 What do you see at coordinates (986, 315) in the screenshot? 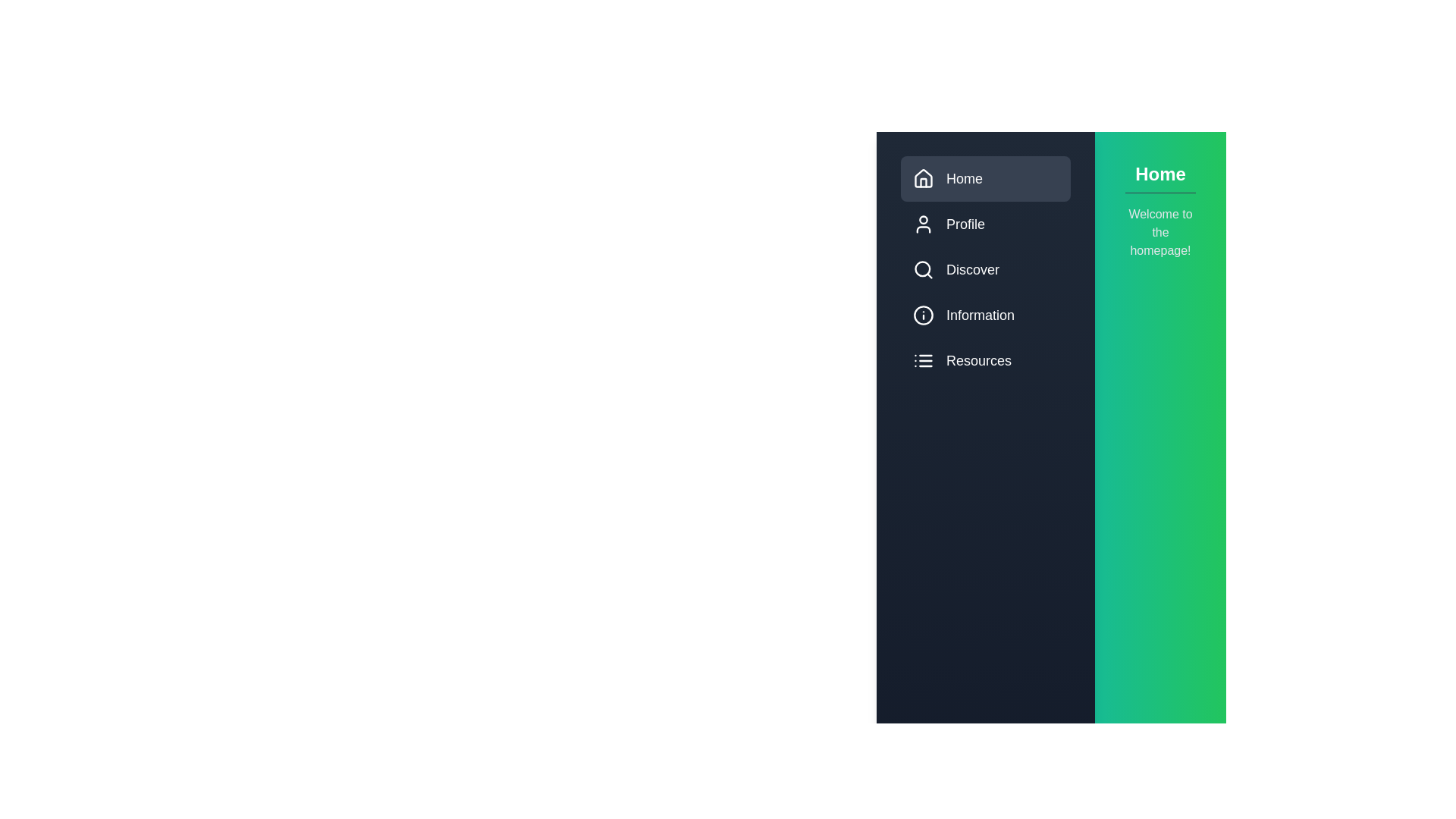
I see `the menu item labeled Information to switch the active content` at bounding box center [986, 315].